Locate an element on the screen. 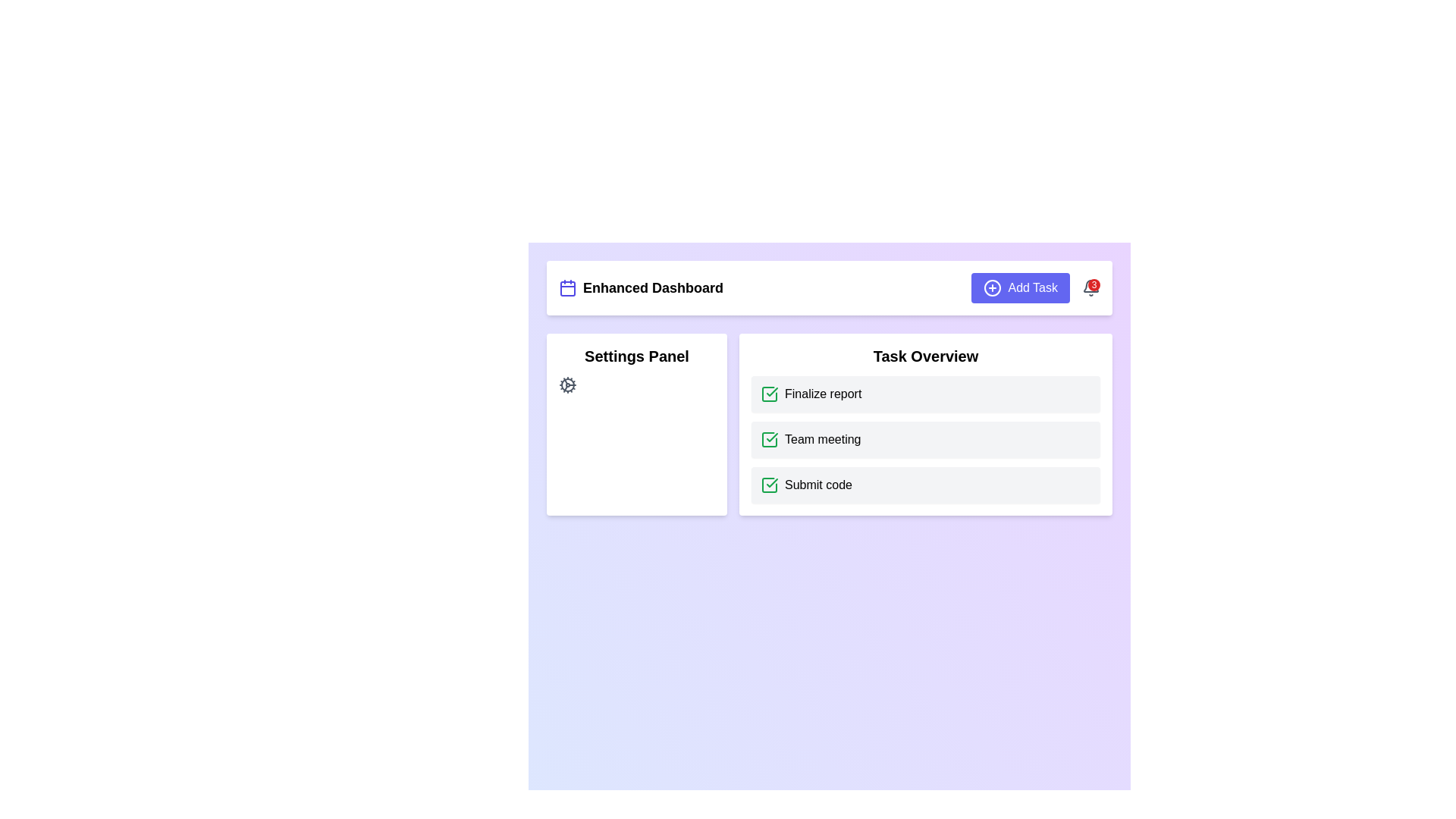 Image resolution: width=1456 pixels, height=819 pixels. the text label that reads 'Finalize report' located is located at coordinates (822, 394).